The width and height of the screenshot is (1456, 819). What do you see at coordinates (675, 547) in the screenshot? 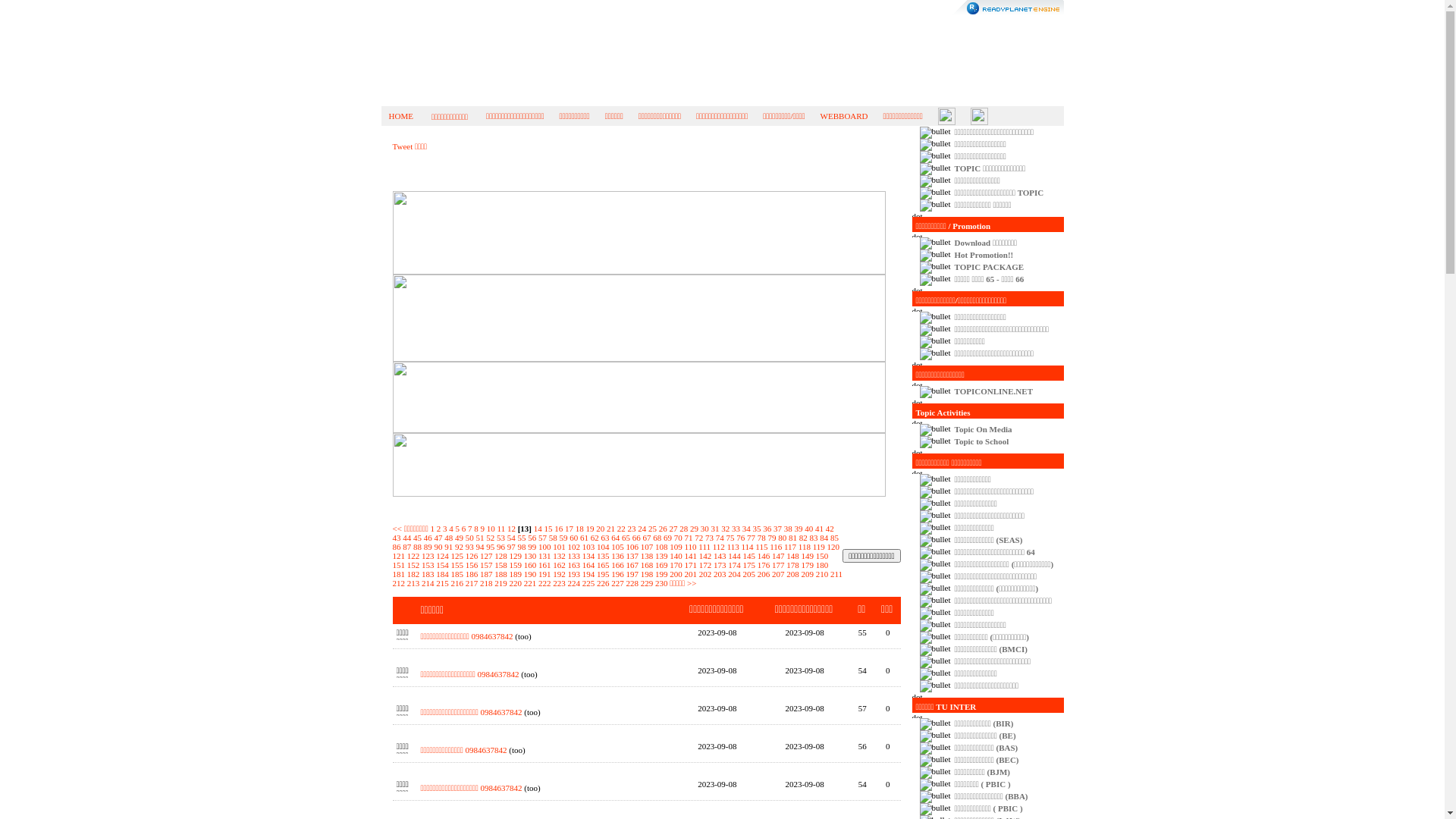
I see `'109'` at bounding box center [675, 547].